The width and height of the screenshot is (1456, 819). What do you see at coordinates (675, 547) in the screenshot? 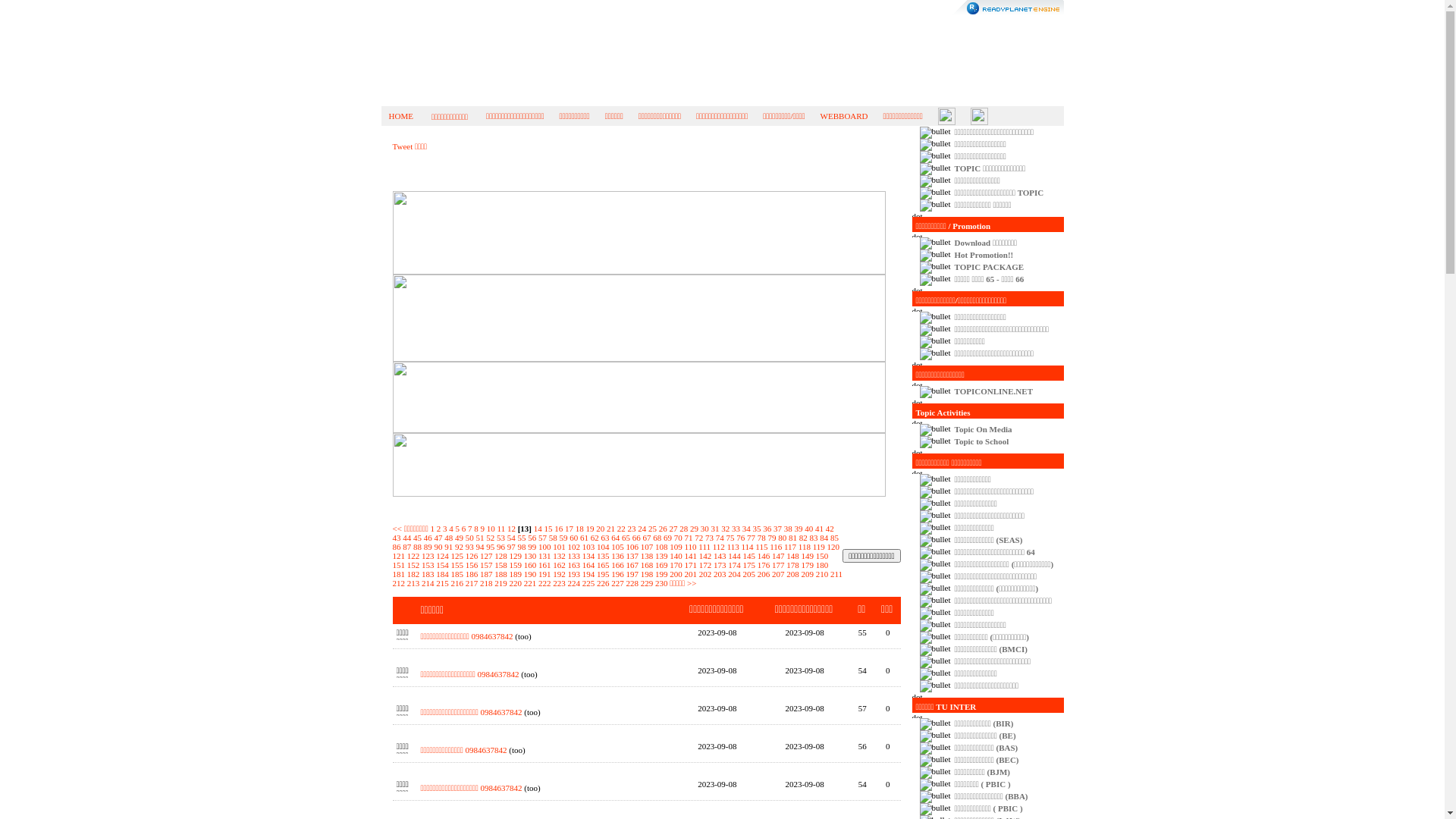
I see `'109'` at bounding box center [675, 547].